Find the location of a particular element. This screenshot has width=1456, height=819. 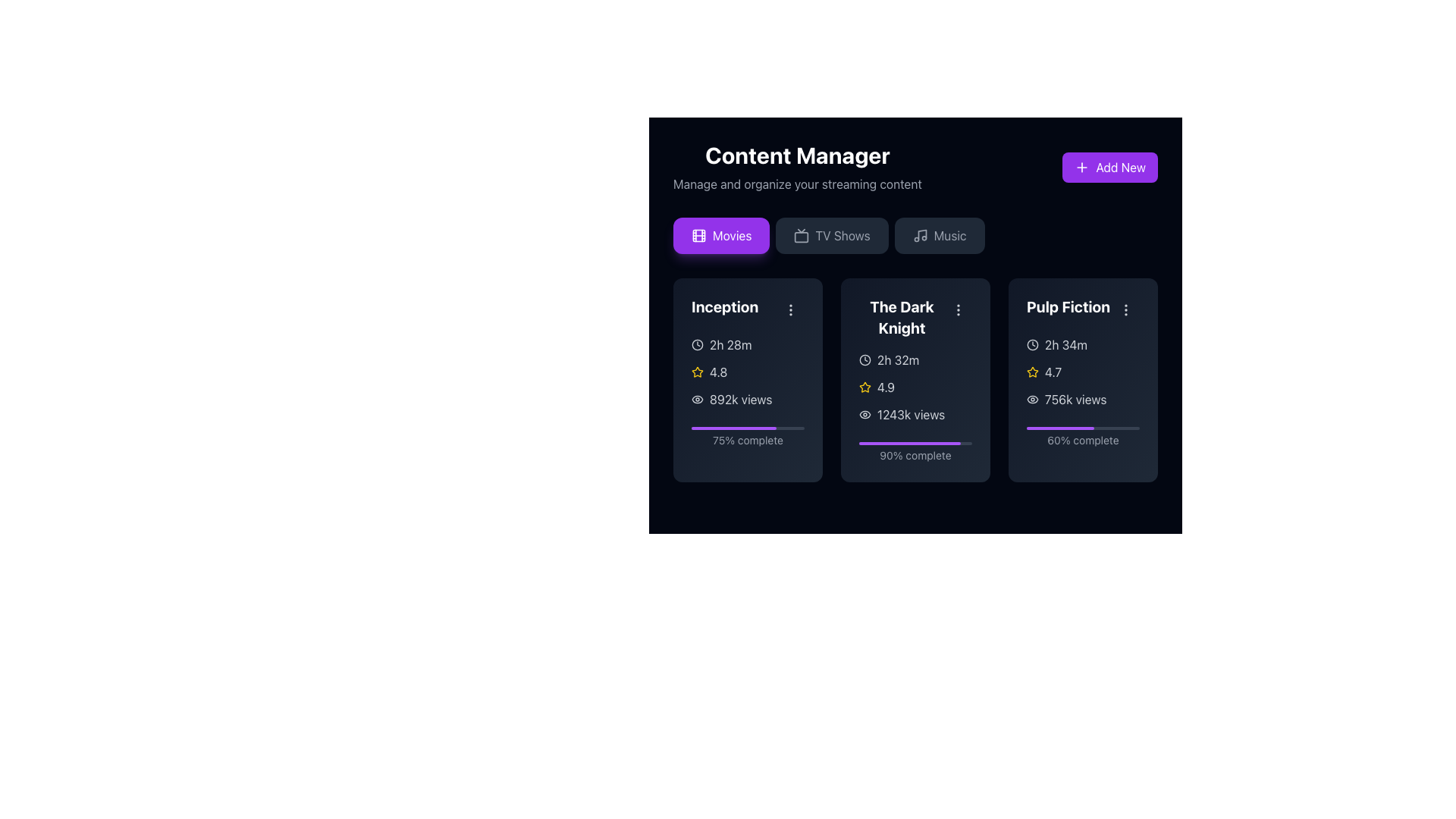

the star graphic icon that represents the rating of 'The Dark Knight' alongside its associated rating of '4.9' is located at coordinates (865, 386).